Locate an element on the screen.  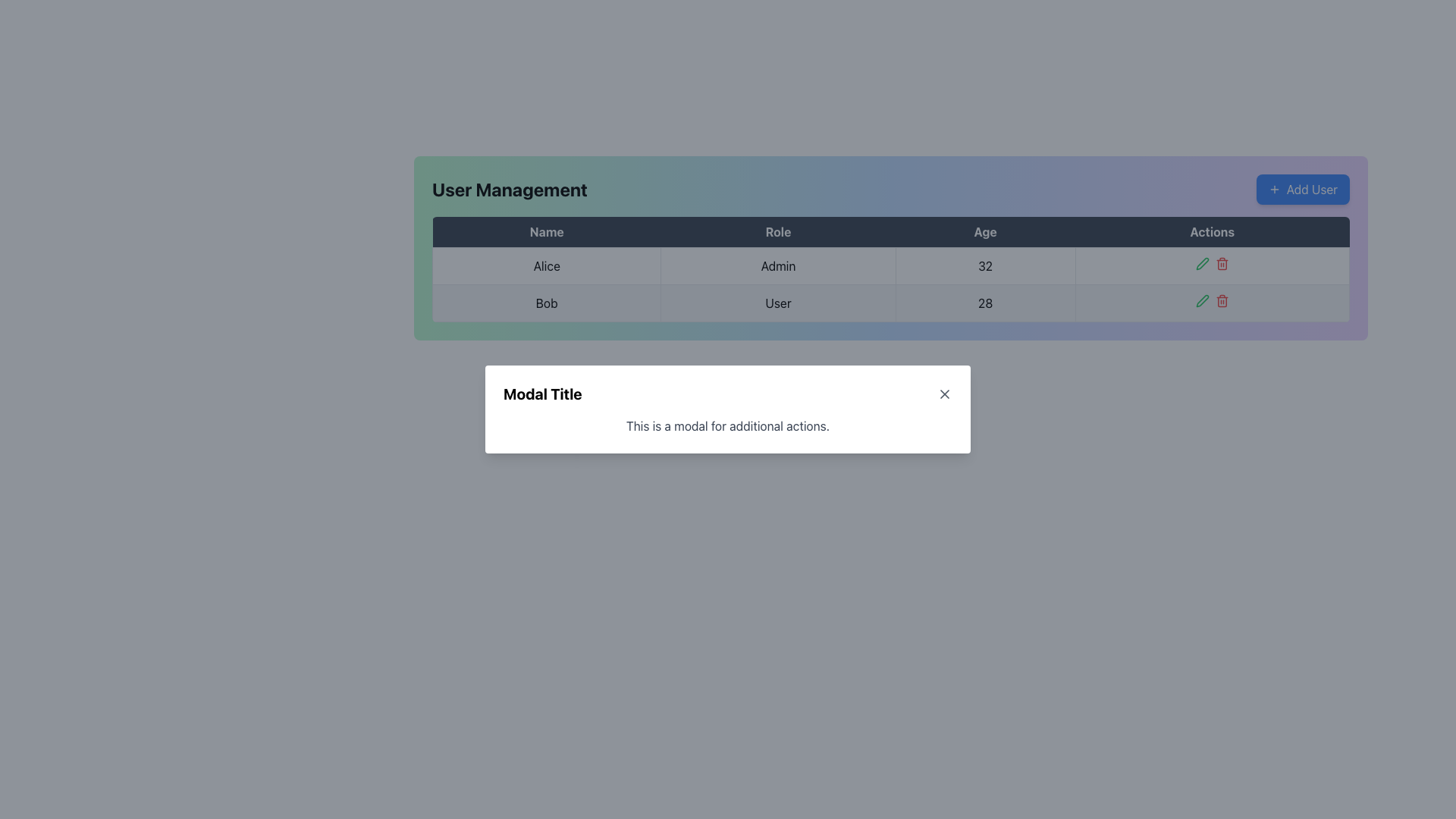
the edit icon button located is located at coordinates (1201, 301).